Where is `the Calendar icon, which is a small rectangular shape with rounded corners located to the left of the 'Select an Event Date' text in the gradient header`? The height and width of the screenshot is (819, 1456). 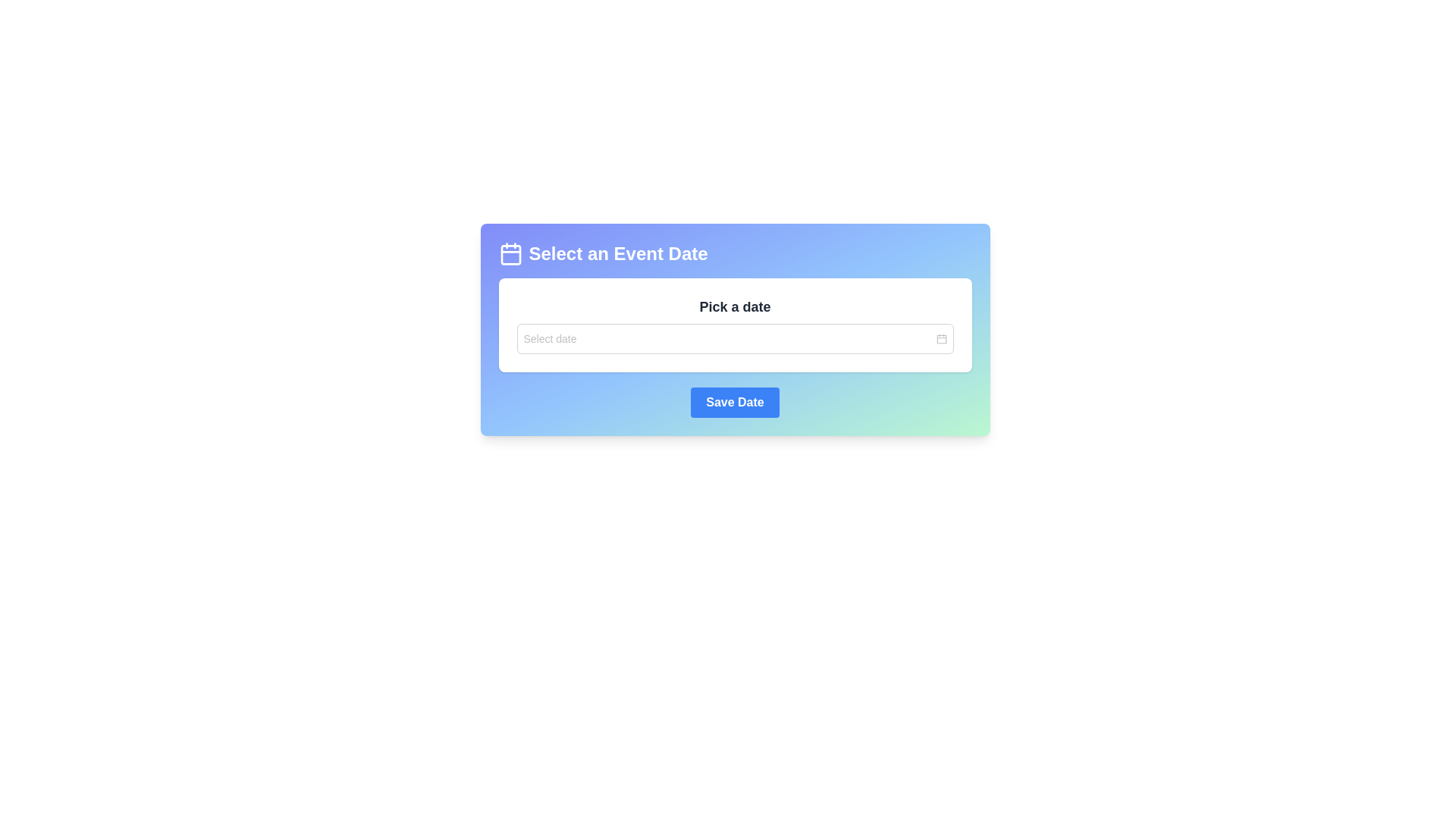
the Calendar icon, which is a small rectangular shape with rounded corners located to the left of the 'Select an Event Date' text in the gradient header is located at coordinates (510, 254).